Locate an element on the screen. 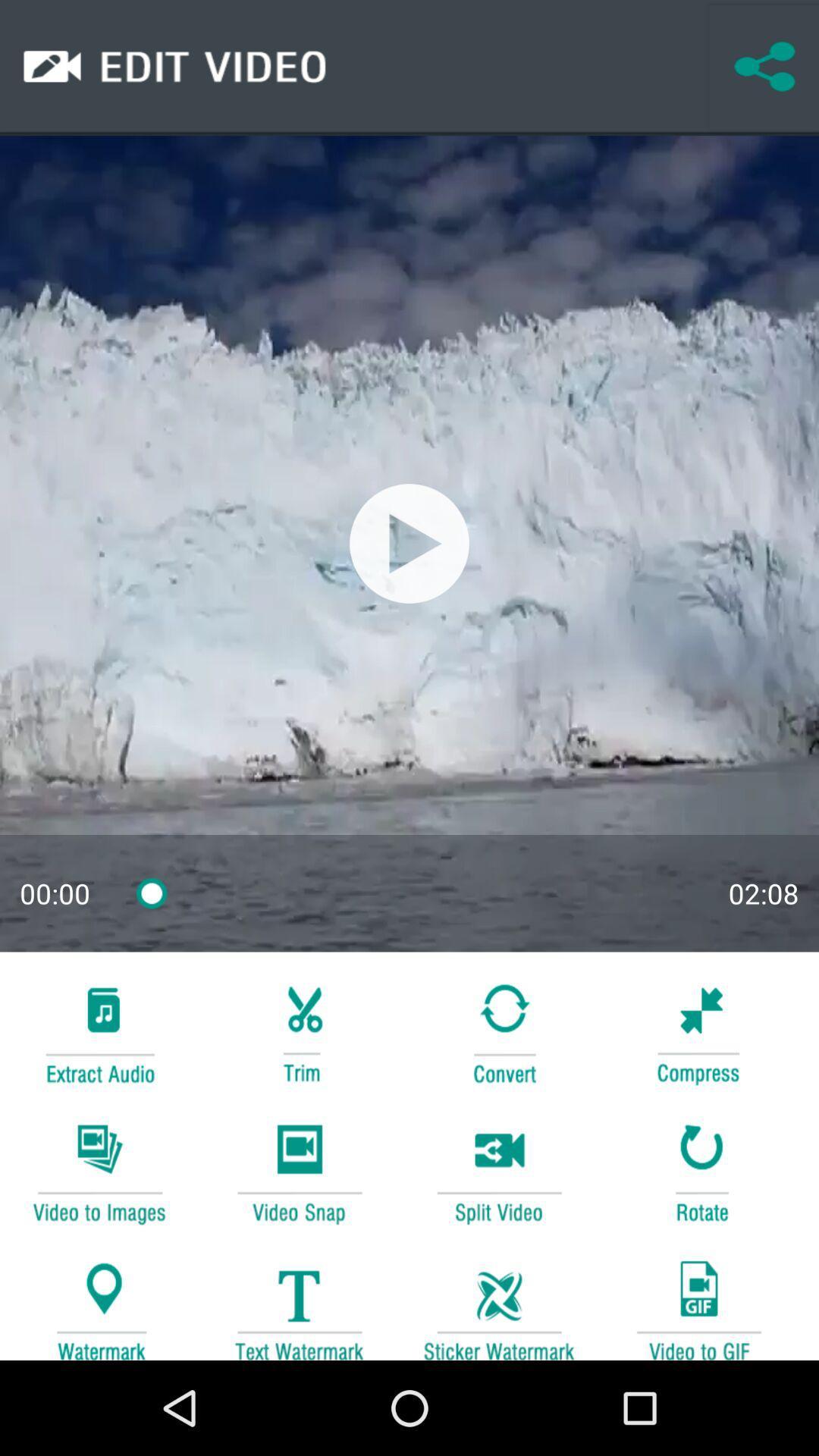  extract audio from video is located at coordinates (99, 1031).